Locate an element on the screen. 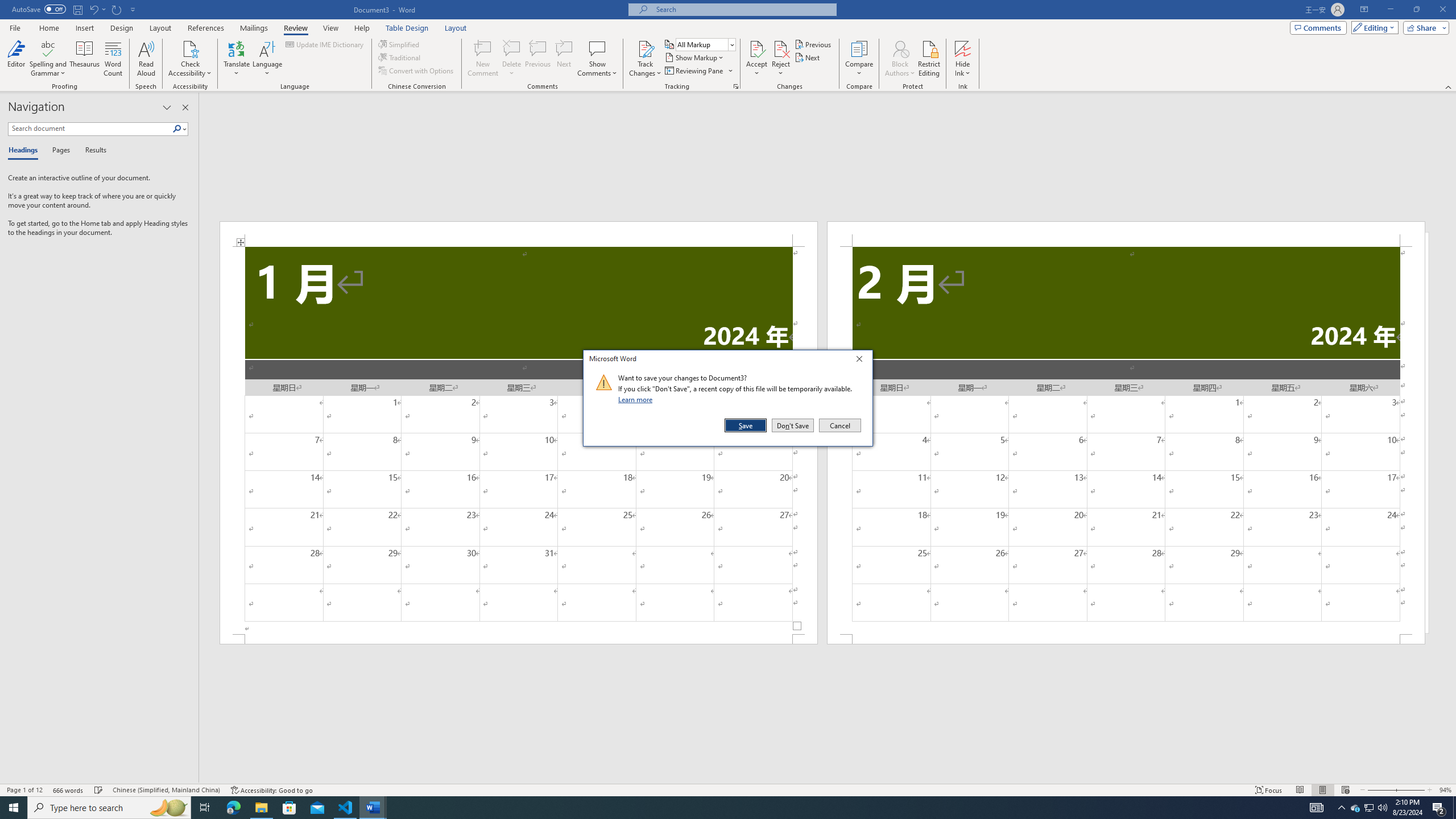  'Header -Section 2-' is located at coordinates (1126, 233).